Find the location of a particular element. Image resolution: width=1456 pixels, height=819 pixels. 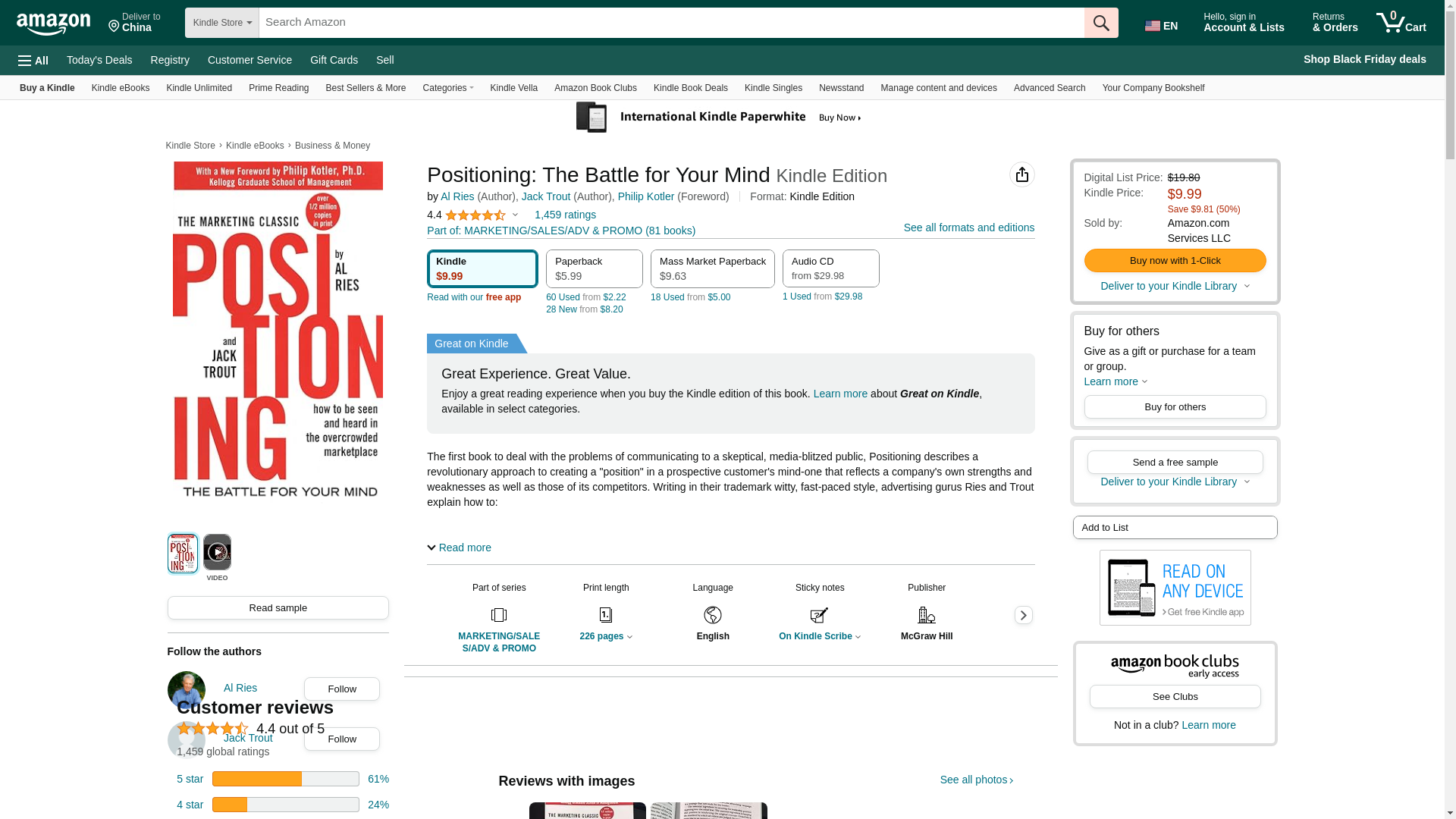

'Read more' is located at coordinates (458, 547).